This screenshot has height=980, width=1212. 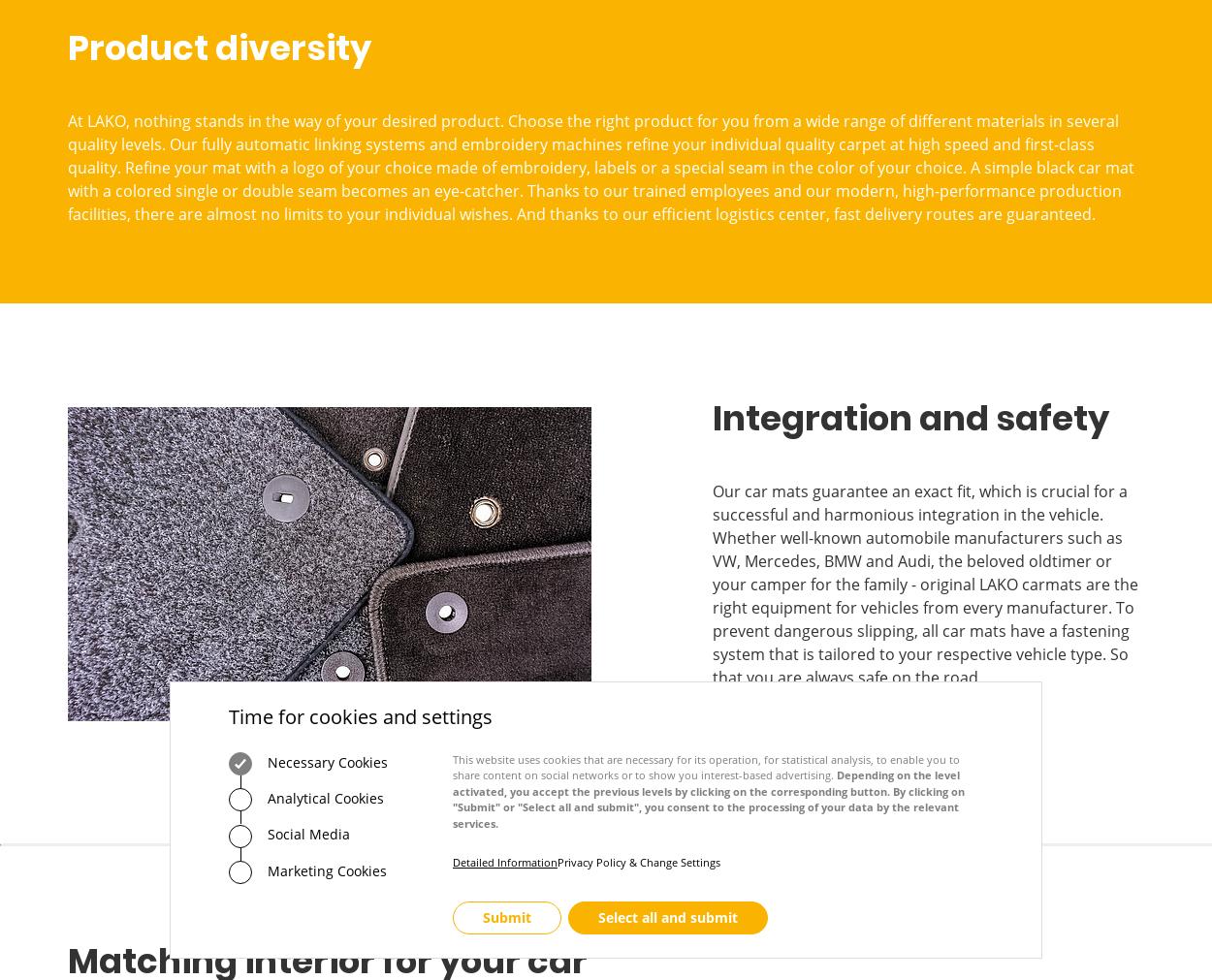 What do you see at coordinates (324, 869) in the screenshot?
I see `'Marketing Cookies'` at bounding box center [324, 869].